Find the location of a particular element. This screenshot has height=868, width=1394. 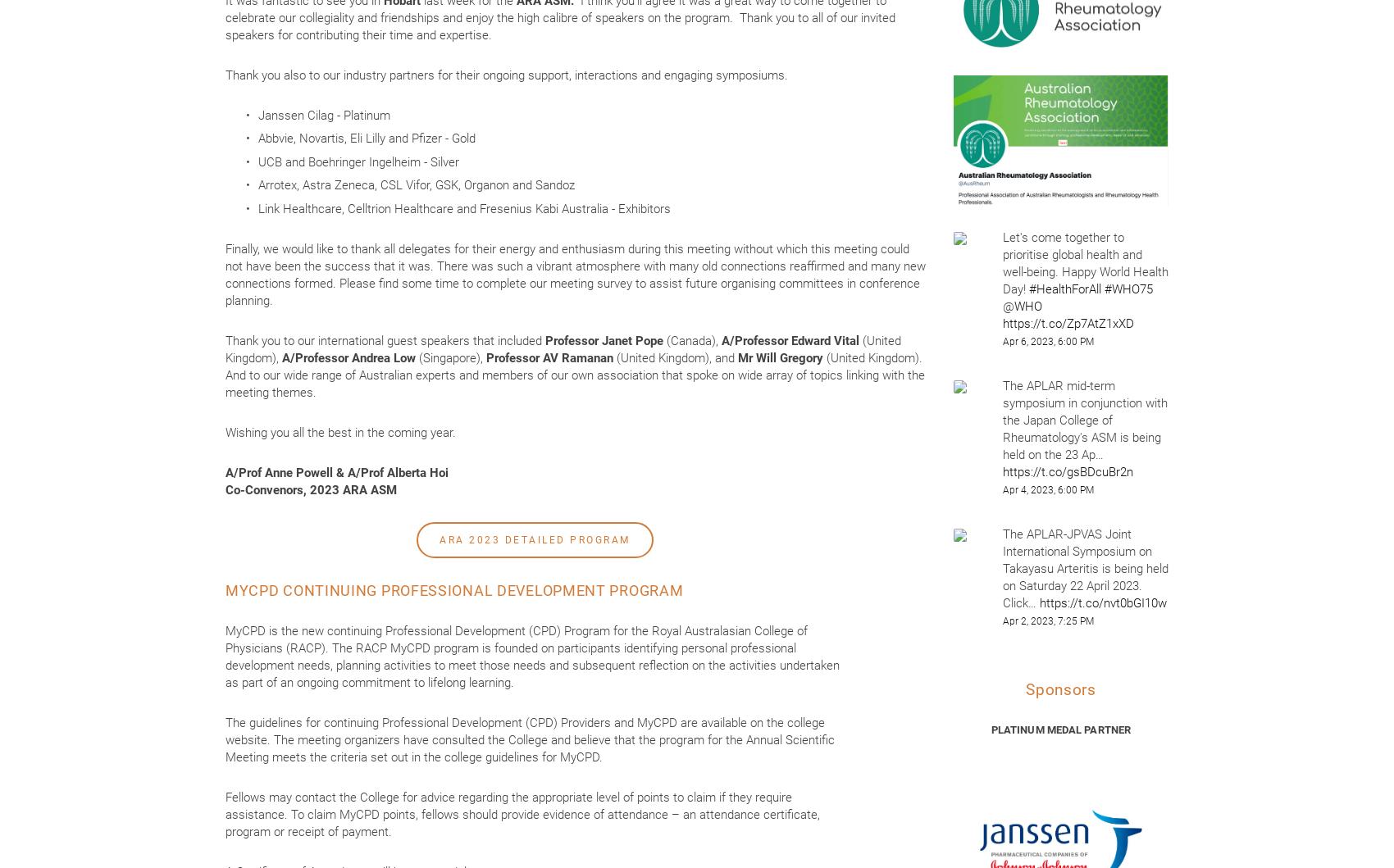

'(United Kingdom).  And to our wide range of Australian experts and members of our own association that spoke on wide array of topics linking with the meeting themes.' is located at coordinates (576, 374).